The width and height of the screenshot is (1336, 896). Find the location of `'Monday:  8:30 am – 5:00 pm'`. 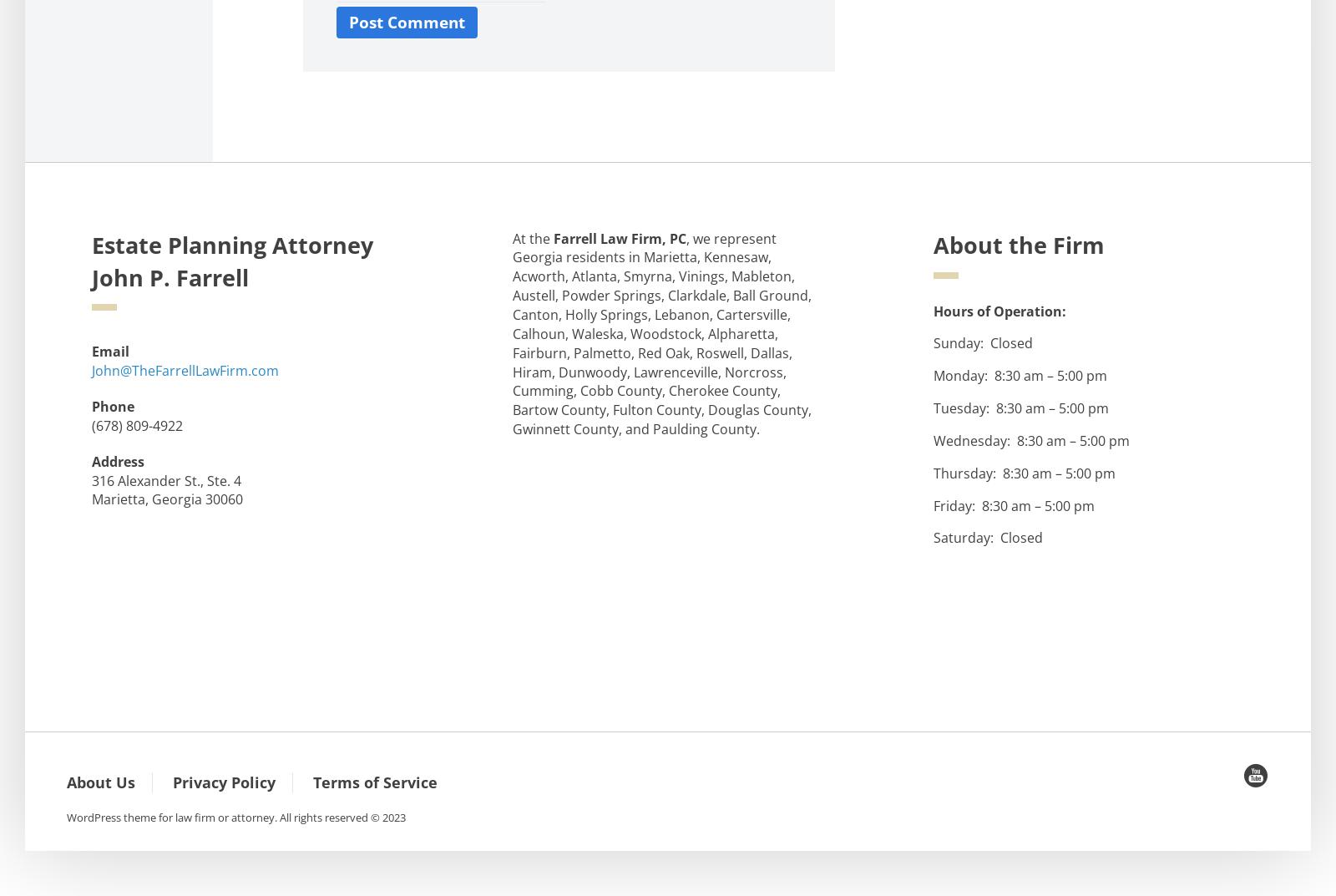

'Monday:  8:30 am – 5:00 pm' is located at coordinates (1019, 376).